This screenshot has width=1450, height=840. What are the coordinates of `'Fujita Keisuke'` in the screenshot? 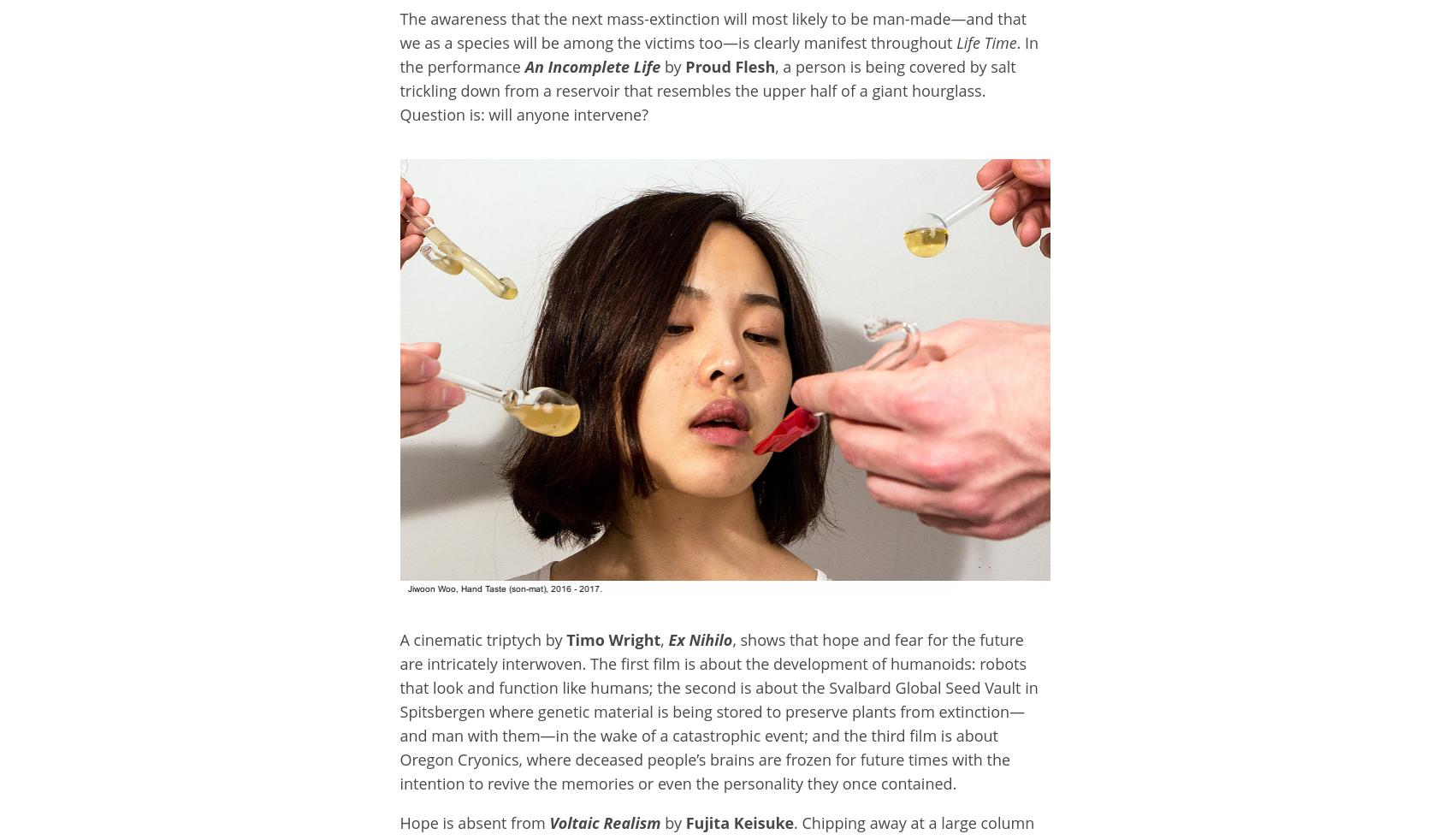 It's located at (738, 824).